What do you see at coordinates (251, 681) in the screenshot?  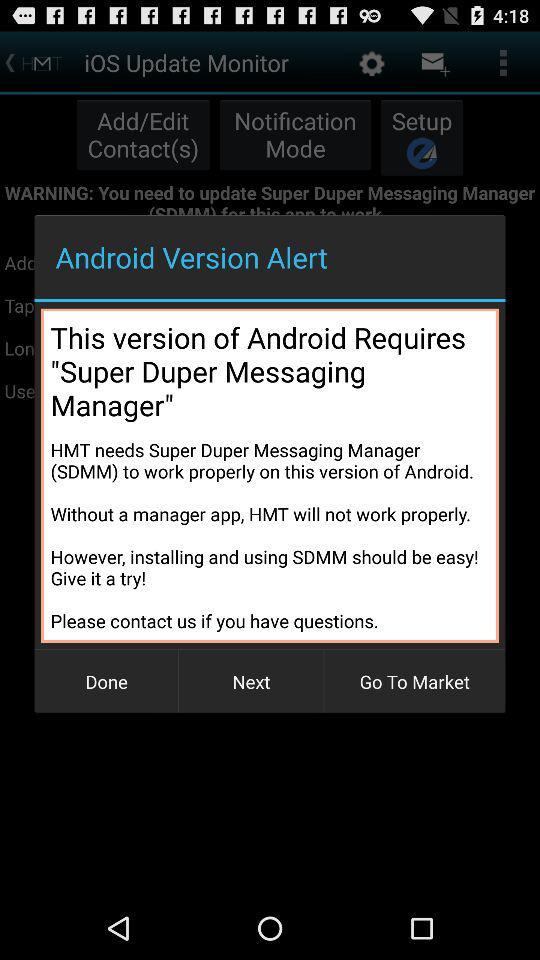 I see `the button to the right of done` at bounding box center [251, 681].